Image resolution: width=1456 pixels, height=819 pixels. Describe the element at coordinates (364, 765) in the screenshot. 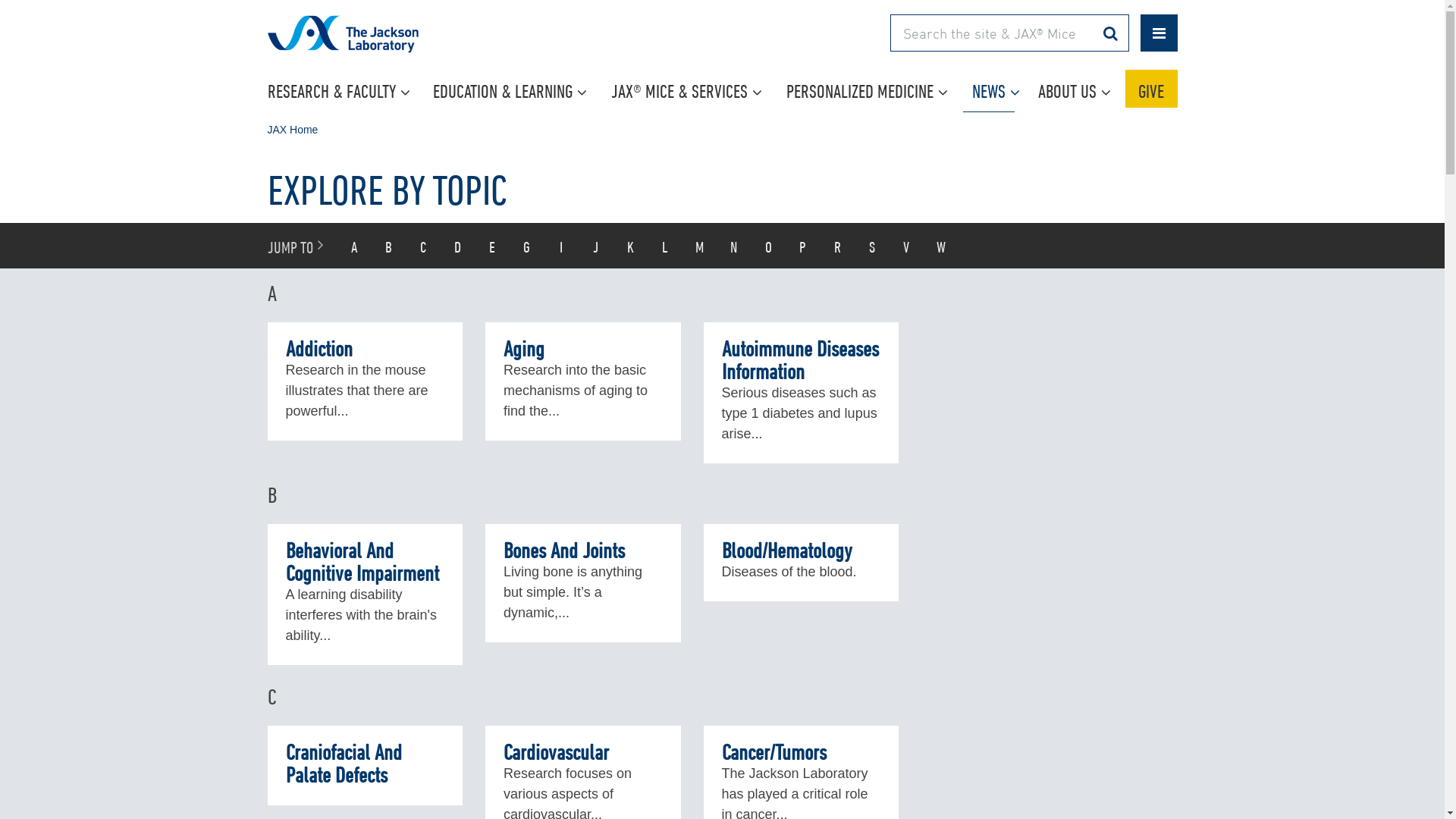

I see `'Craniofacial And Palate Defects'` at that location.